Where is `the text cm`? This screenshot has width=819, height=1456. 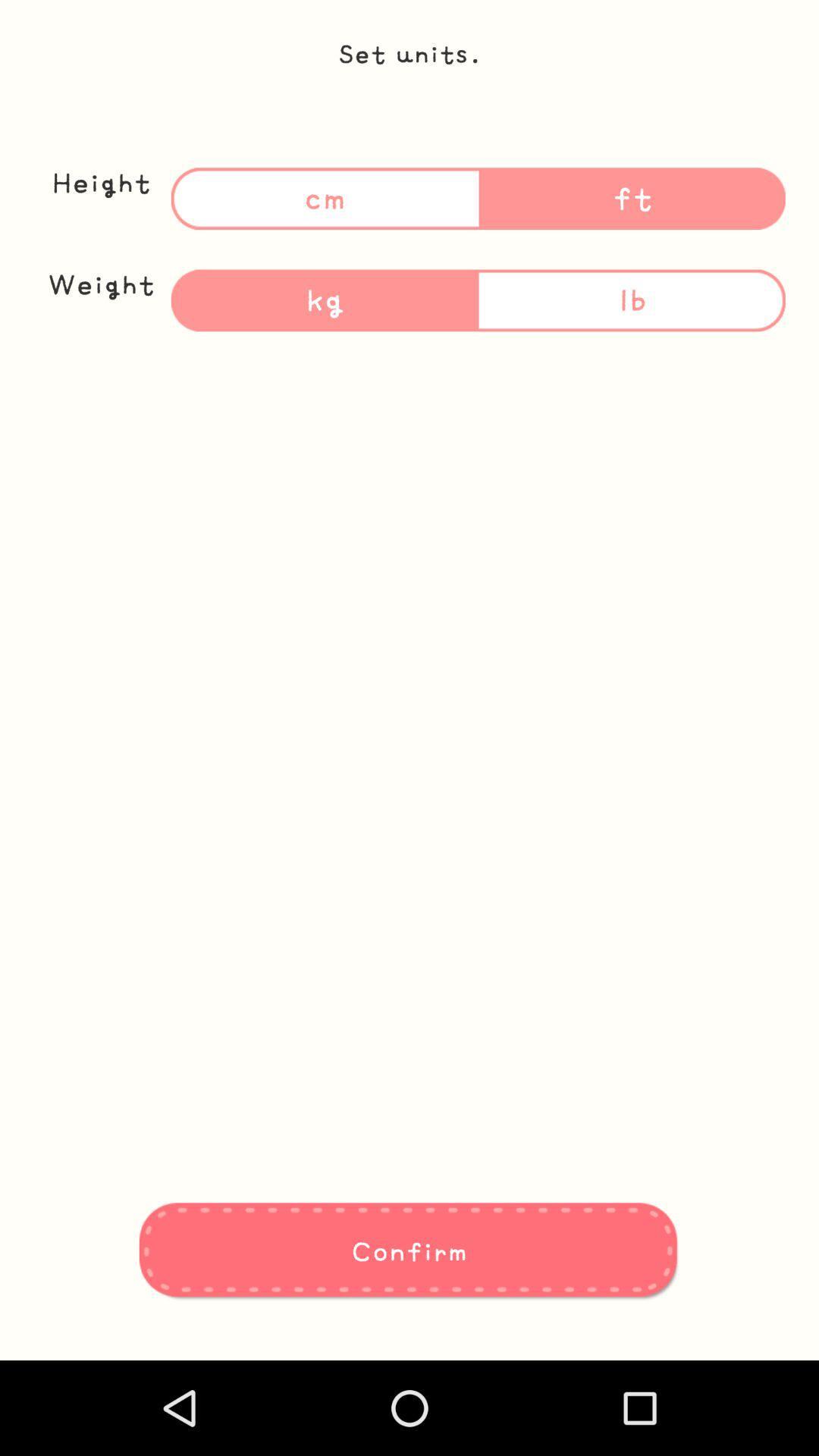
the text cm is located at coordinates (324, 198).